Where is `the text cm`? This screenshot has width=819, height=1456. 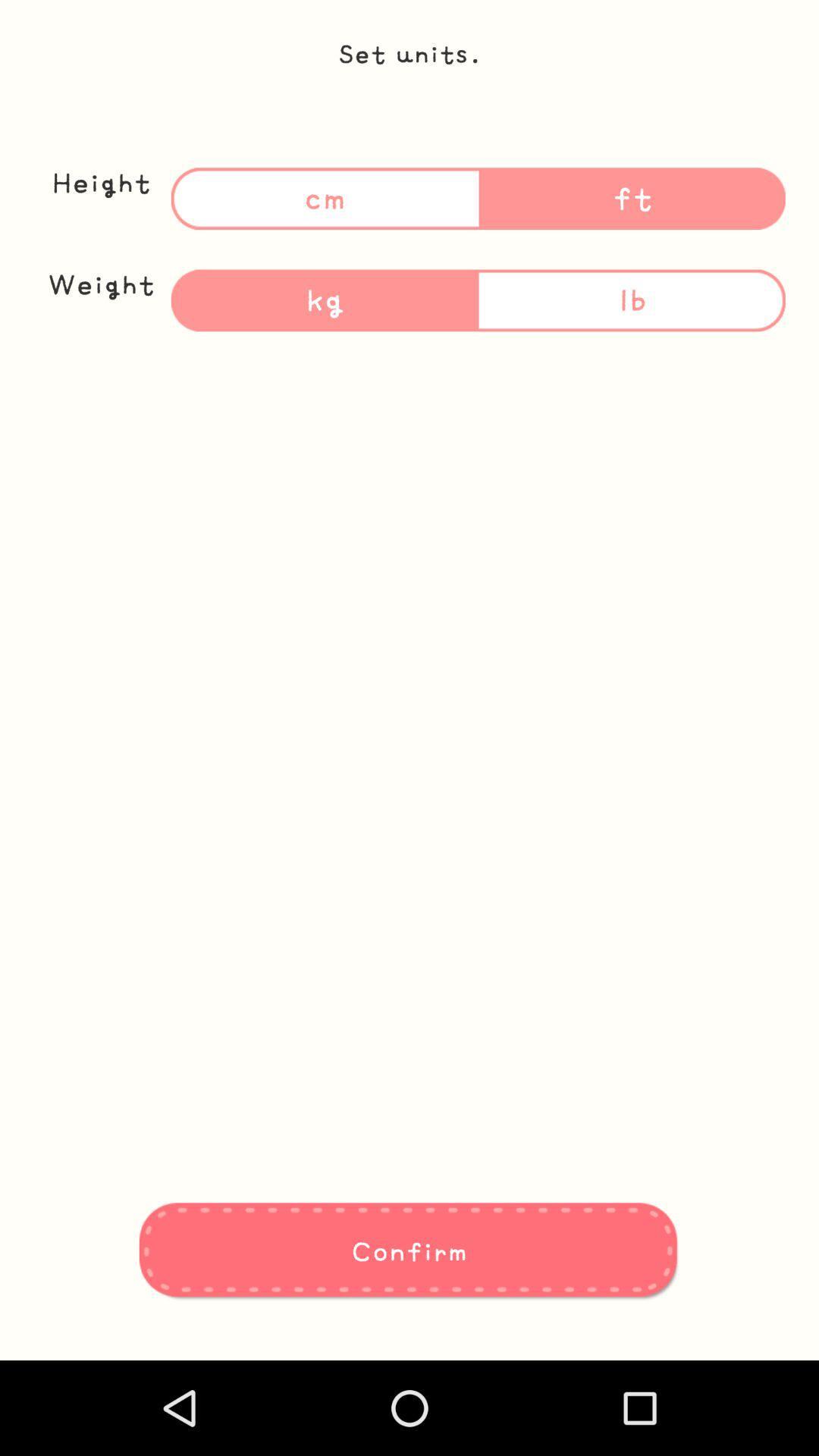
the text cm is located at coordinates (324, 198).